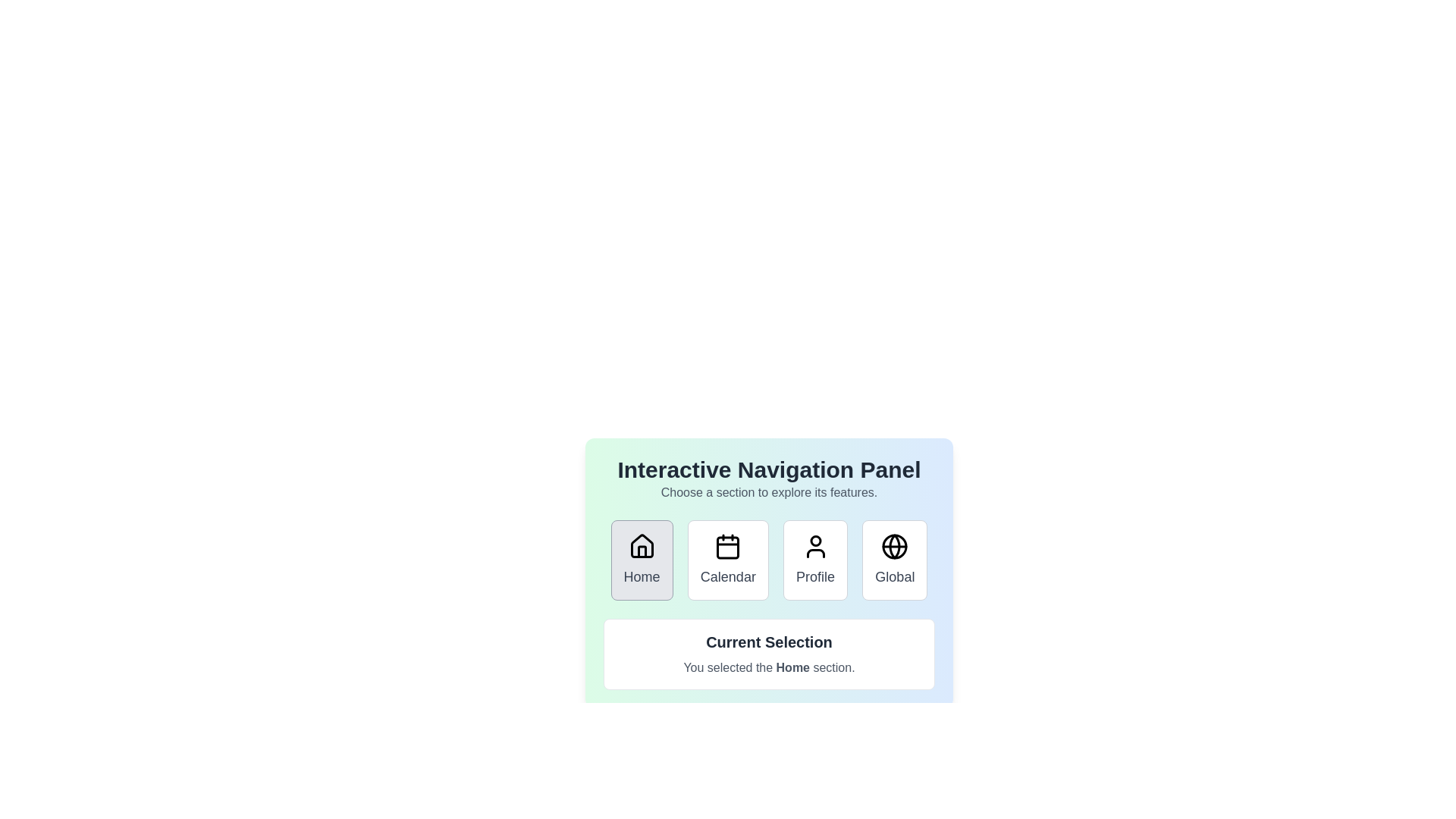  What do you see at coordinates (728, 576) in the screenshot?
I see `the descriptive text label for the calendar feature, which is located below the calendar icon in the second card of the navigation panel` at bounding box center [728, 576].